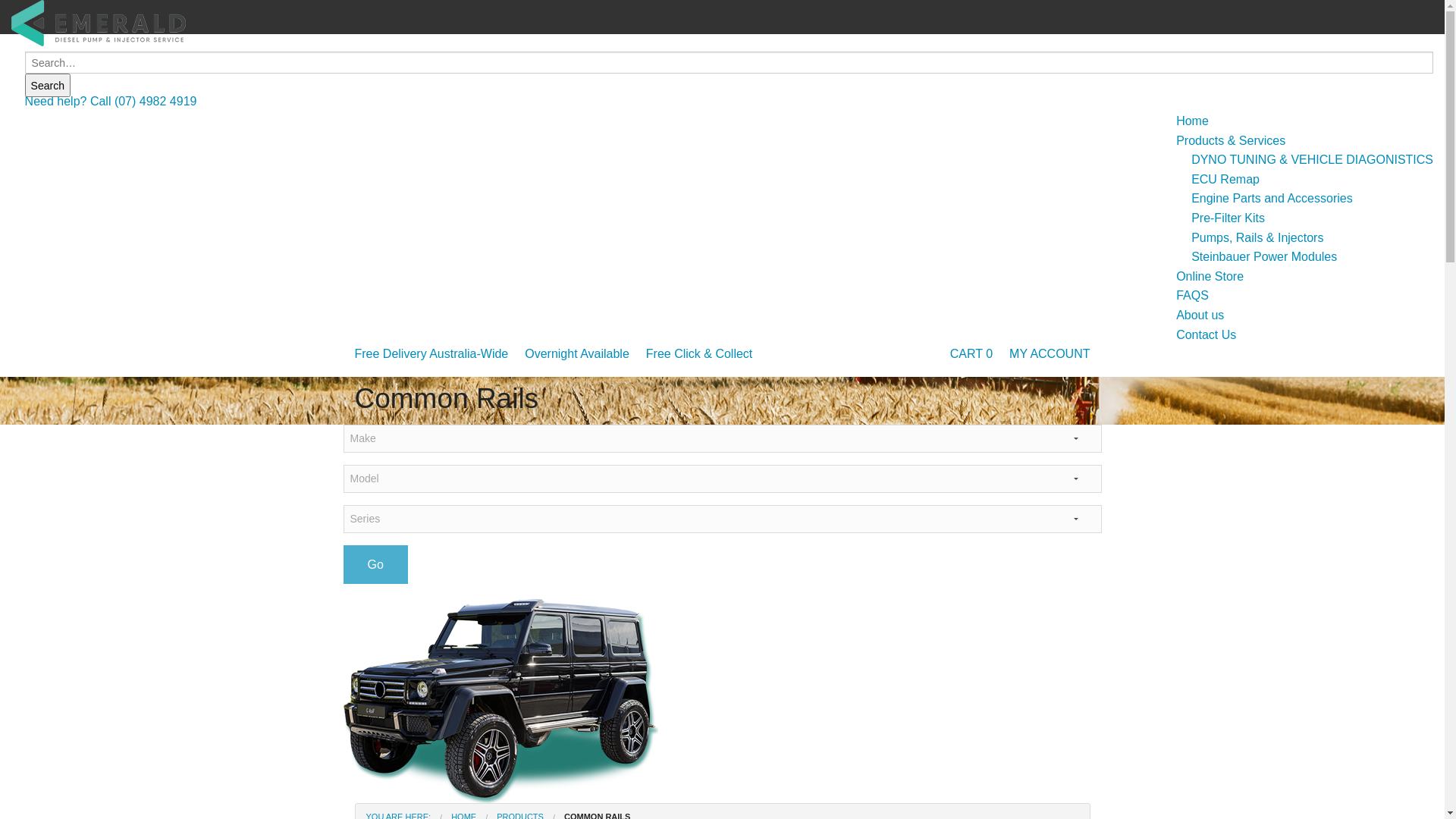  Describe the element at coordinates (1311, 159) in the screenshot. I see `'DYNO TUNING & VEHICLE DIAGONISTICS'` at that location.